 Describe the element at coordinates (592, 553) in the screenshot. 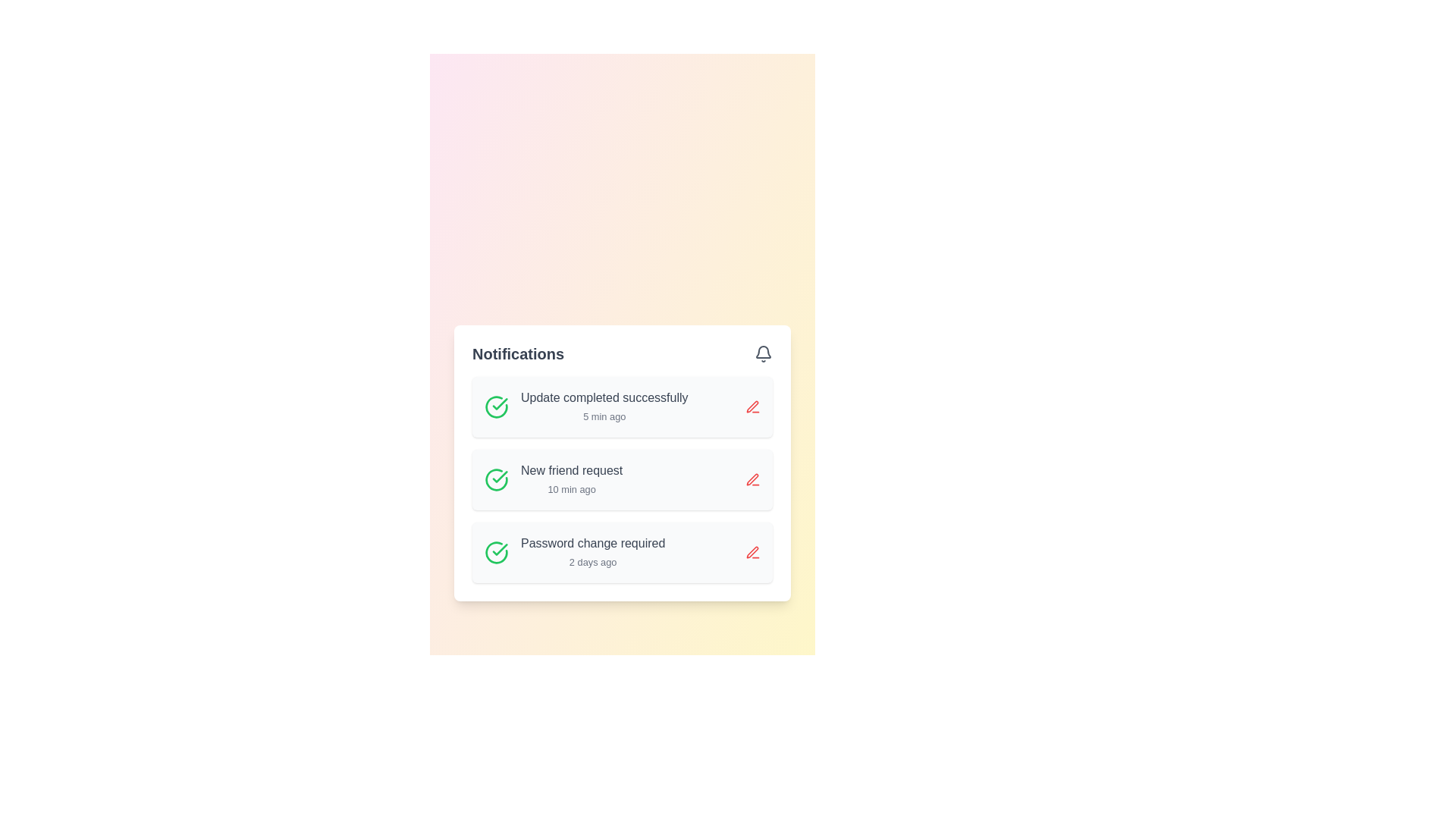

I see `the bottom-most Notification List Item with the title 'Password change required' and timestamp '2 days ago'` at that location.